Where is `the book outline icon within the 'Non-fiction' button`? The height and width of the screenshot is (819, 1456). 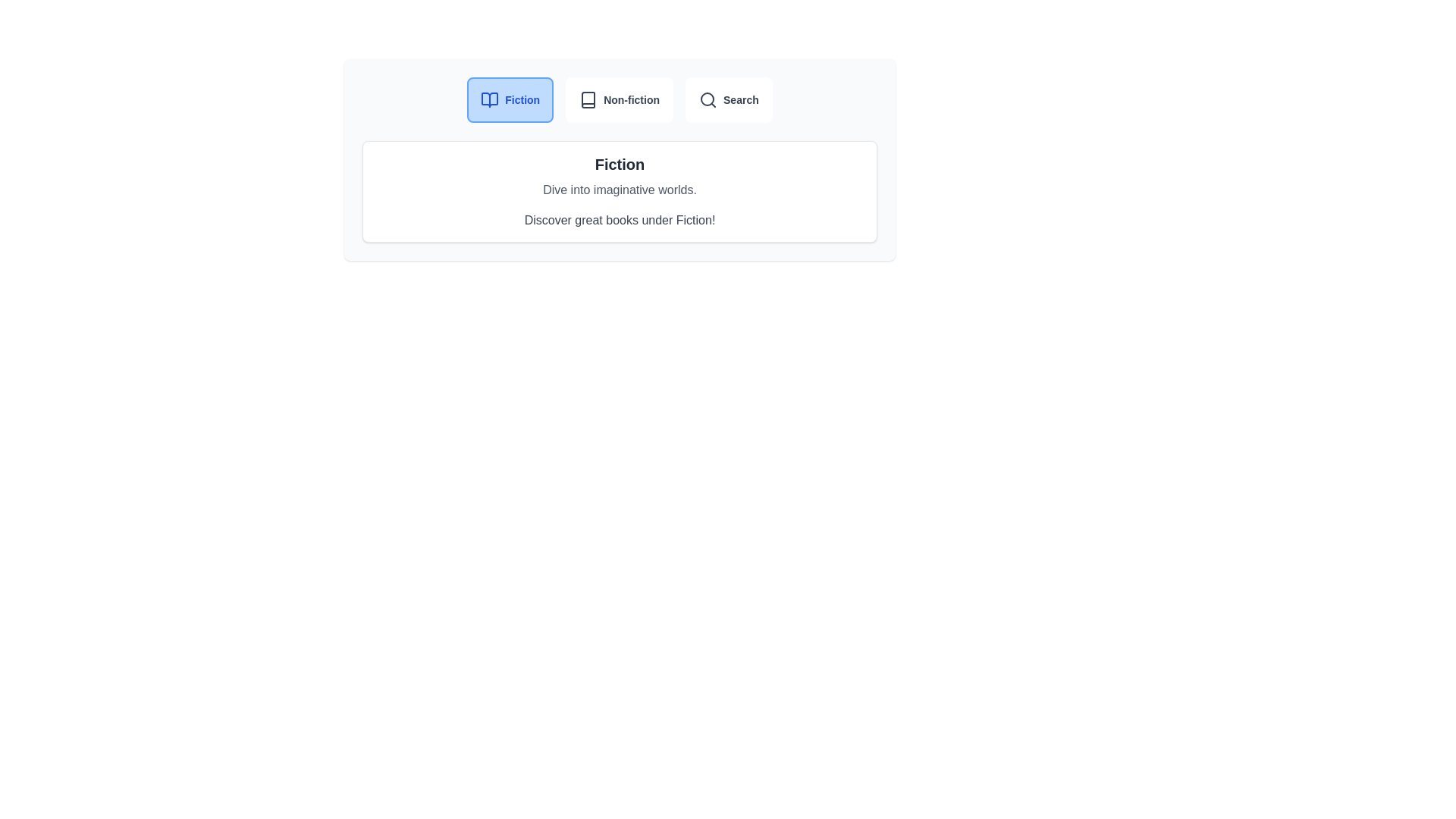
the book outline icon within the 'Non-fiction' button is located at coordinates (588, 99).